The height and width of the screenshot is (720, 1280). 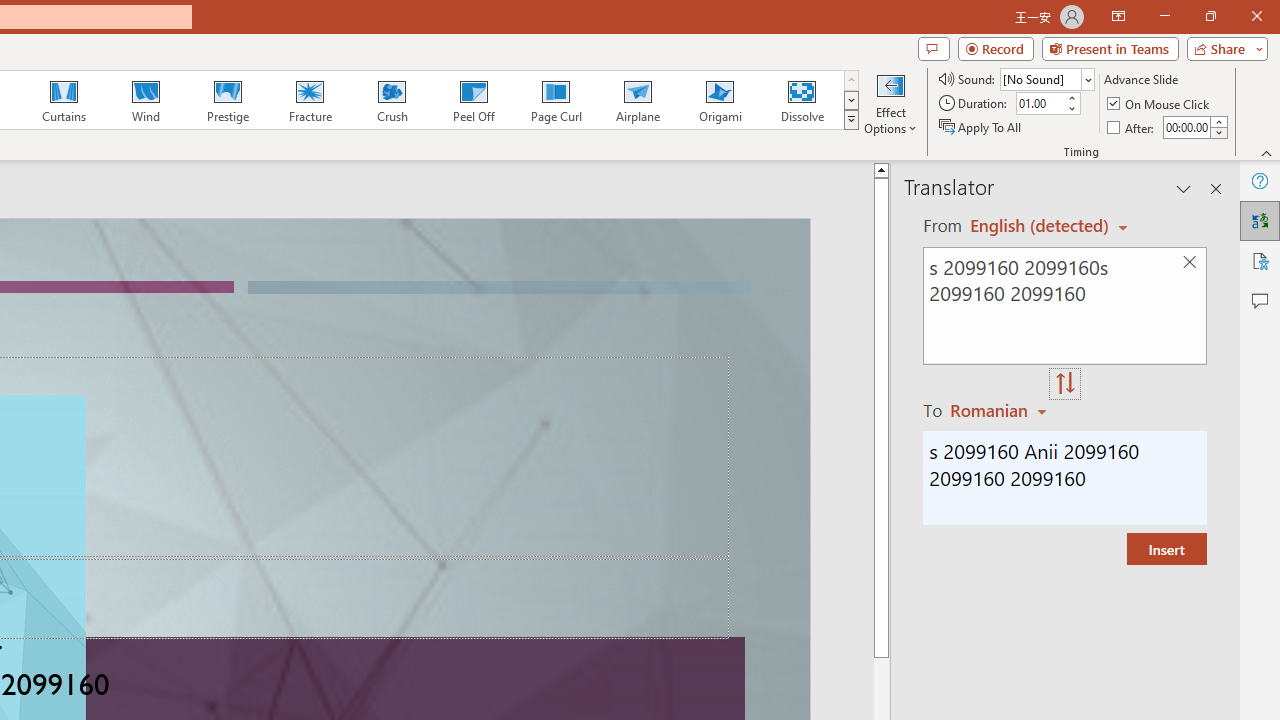 What do you see at coordinates (308, 100) in the screenshot?
I see `'Fracture'` at bounding box center [308, 100].